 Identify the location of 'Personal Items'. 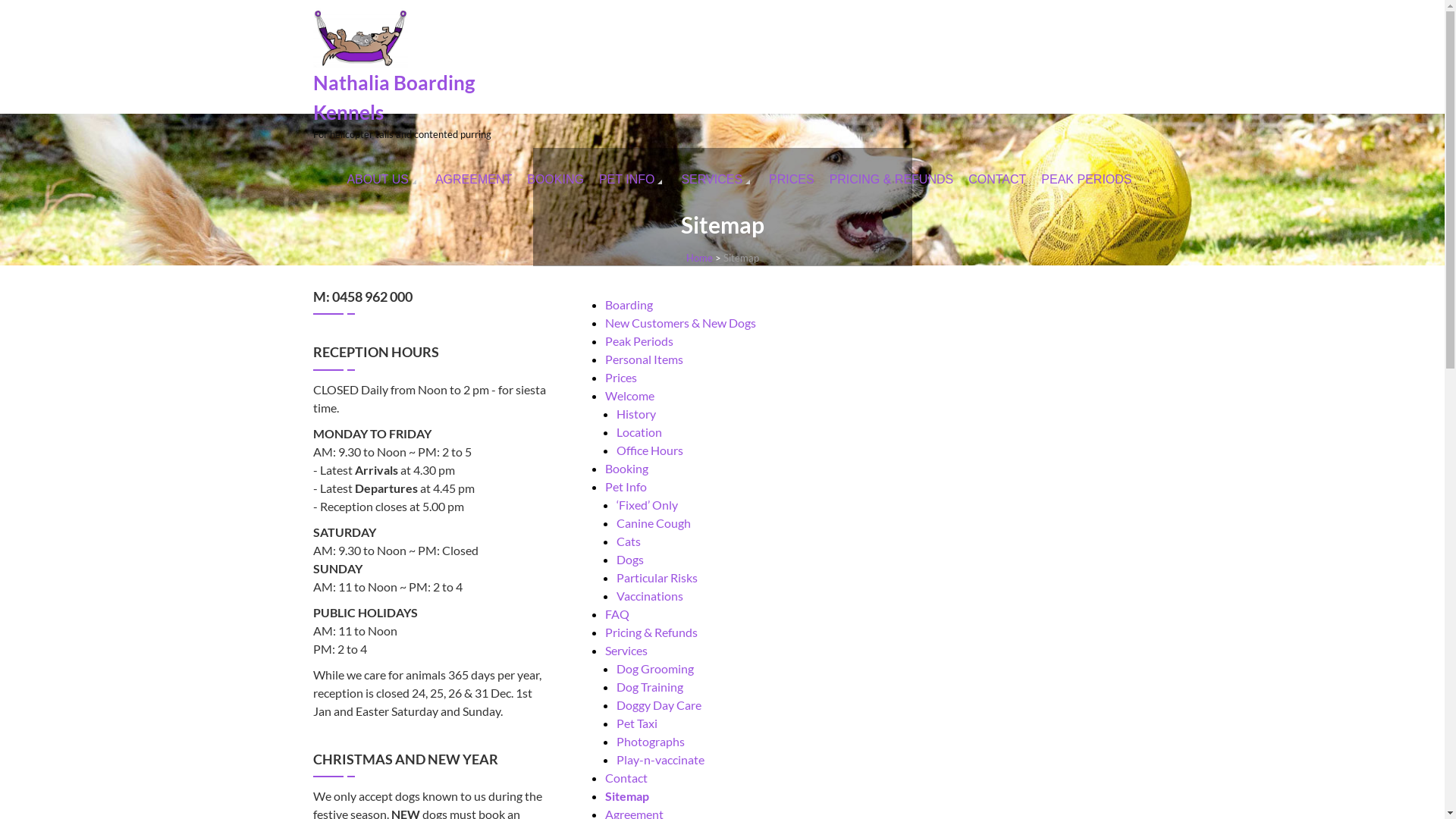
(644, 359).